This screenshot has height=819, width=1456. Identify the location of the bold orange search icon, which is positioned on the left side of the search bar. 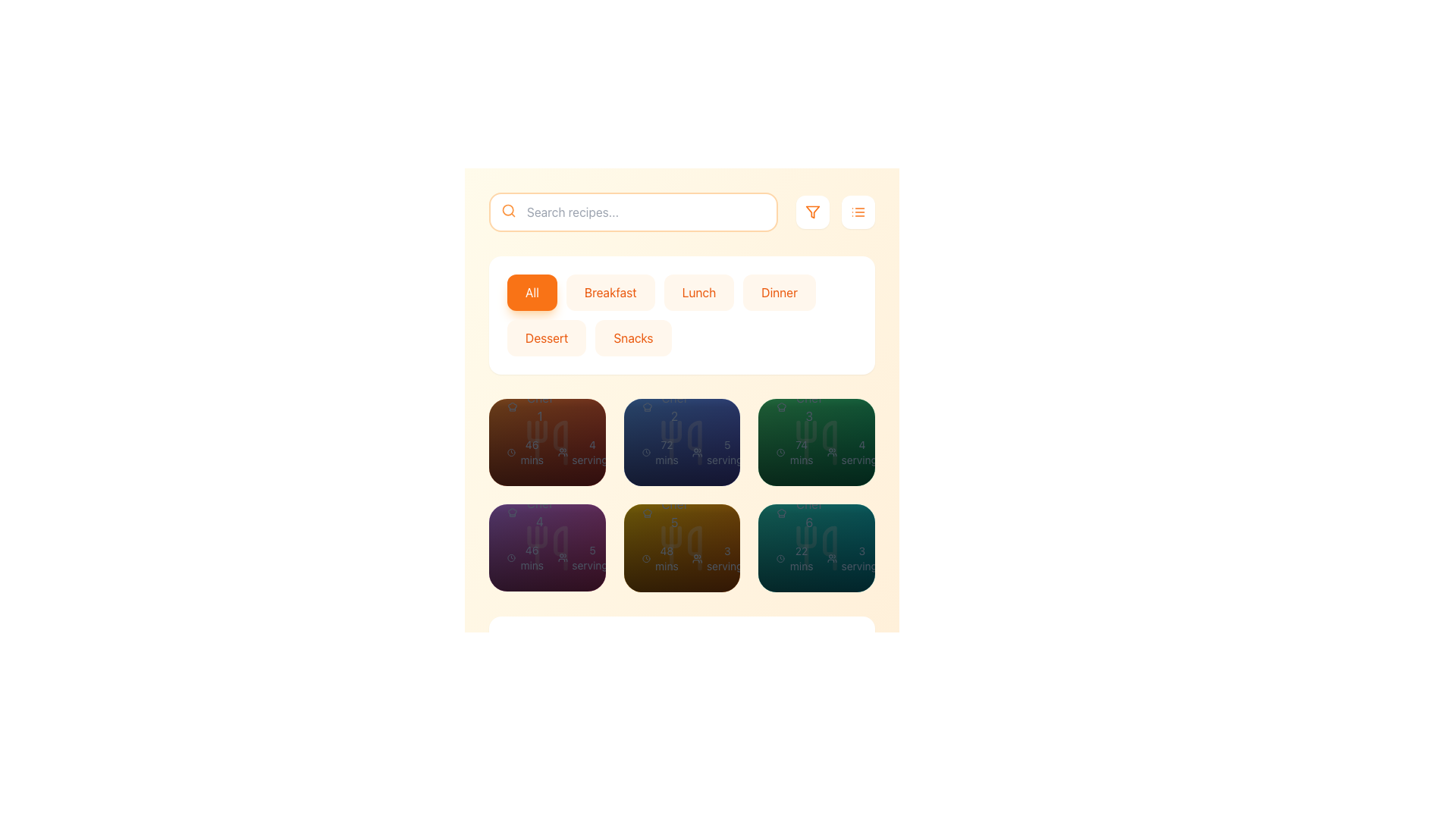
(509, 210).